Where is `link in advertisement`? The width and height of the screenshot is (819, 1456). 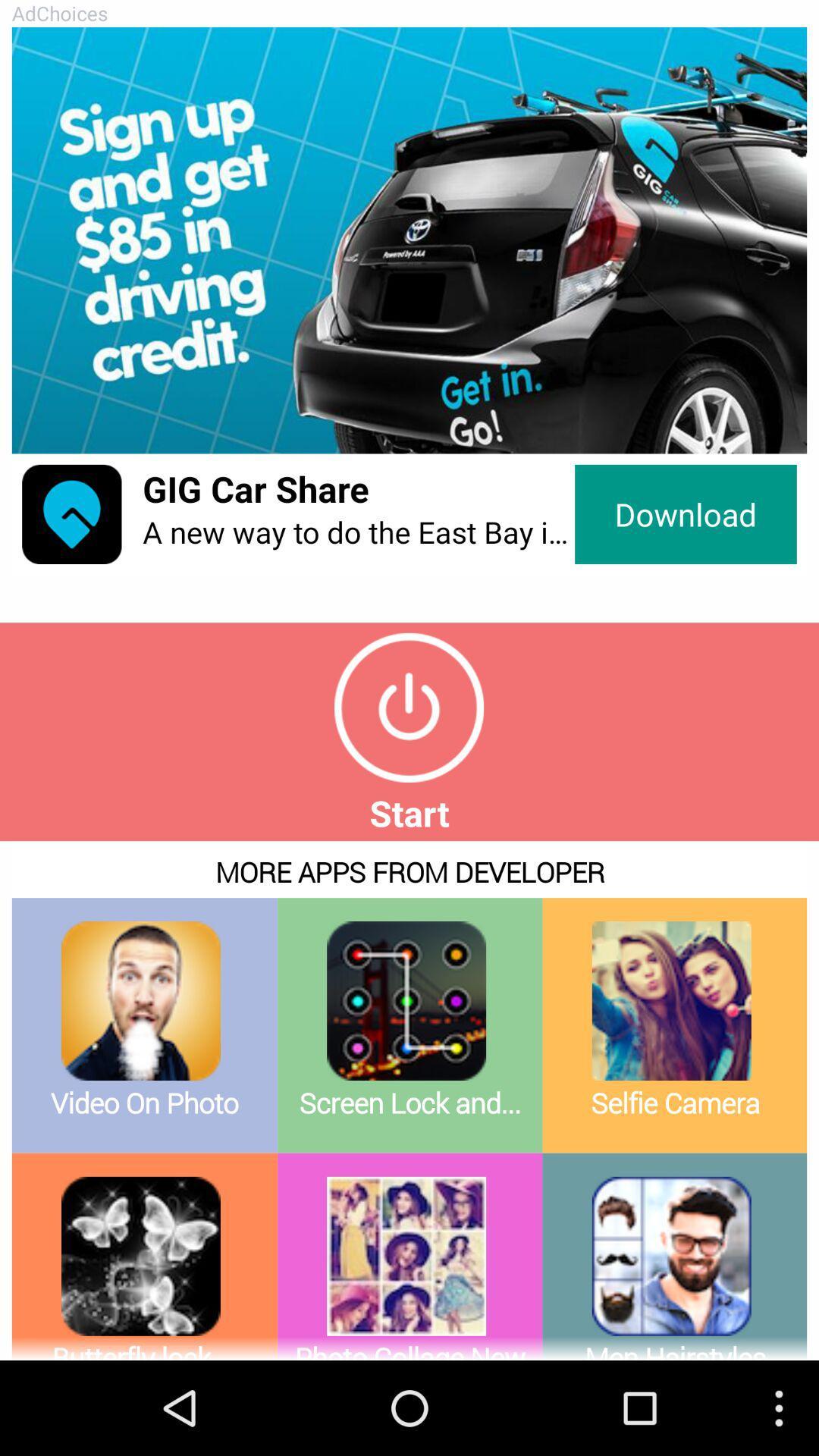 link in advertisement is located at coordinates (409, 240).